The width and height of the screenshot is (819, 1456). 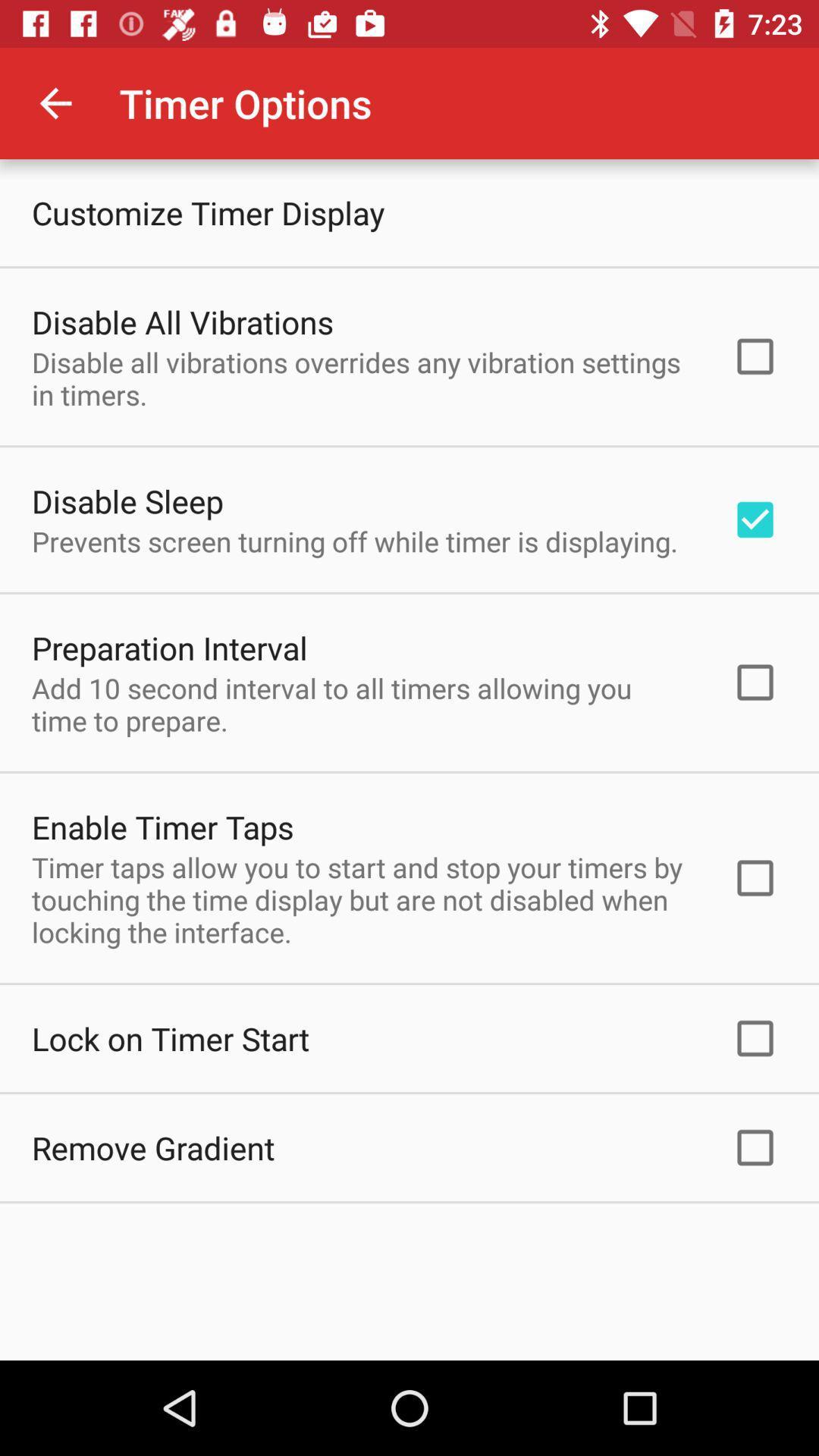 I want to click on the item below preparation interval, so click(x=362, y=703).